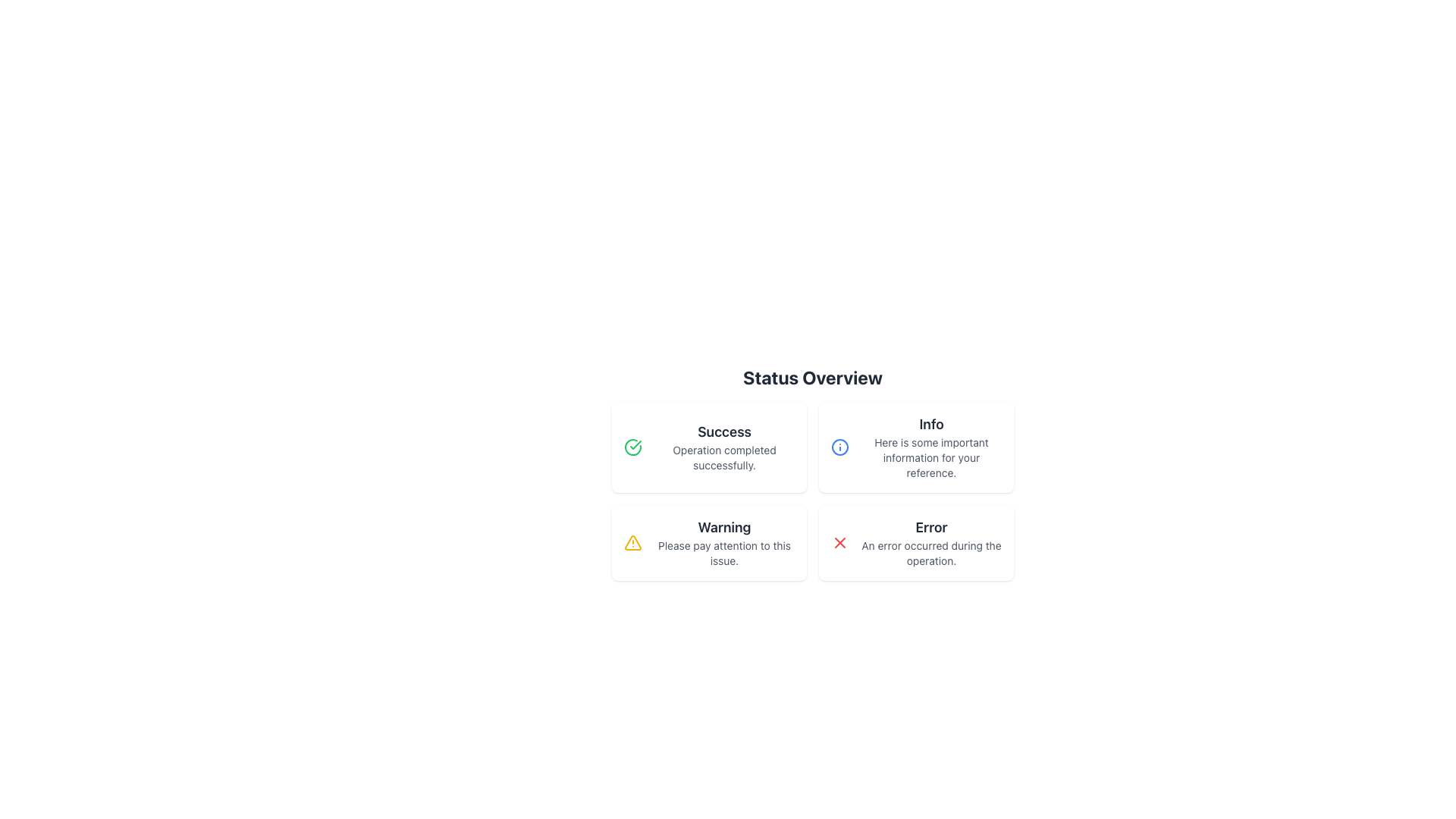  Describe the element at coordinates (811, 491) in the screenshot. I see `Grid Layout displaying operational statuses or messages, located below the 'Status Overview' header` at that location.